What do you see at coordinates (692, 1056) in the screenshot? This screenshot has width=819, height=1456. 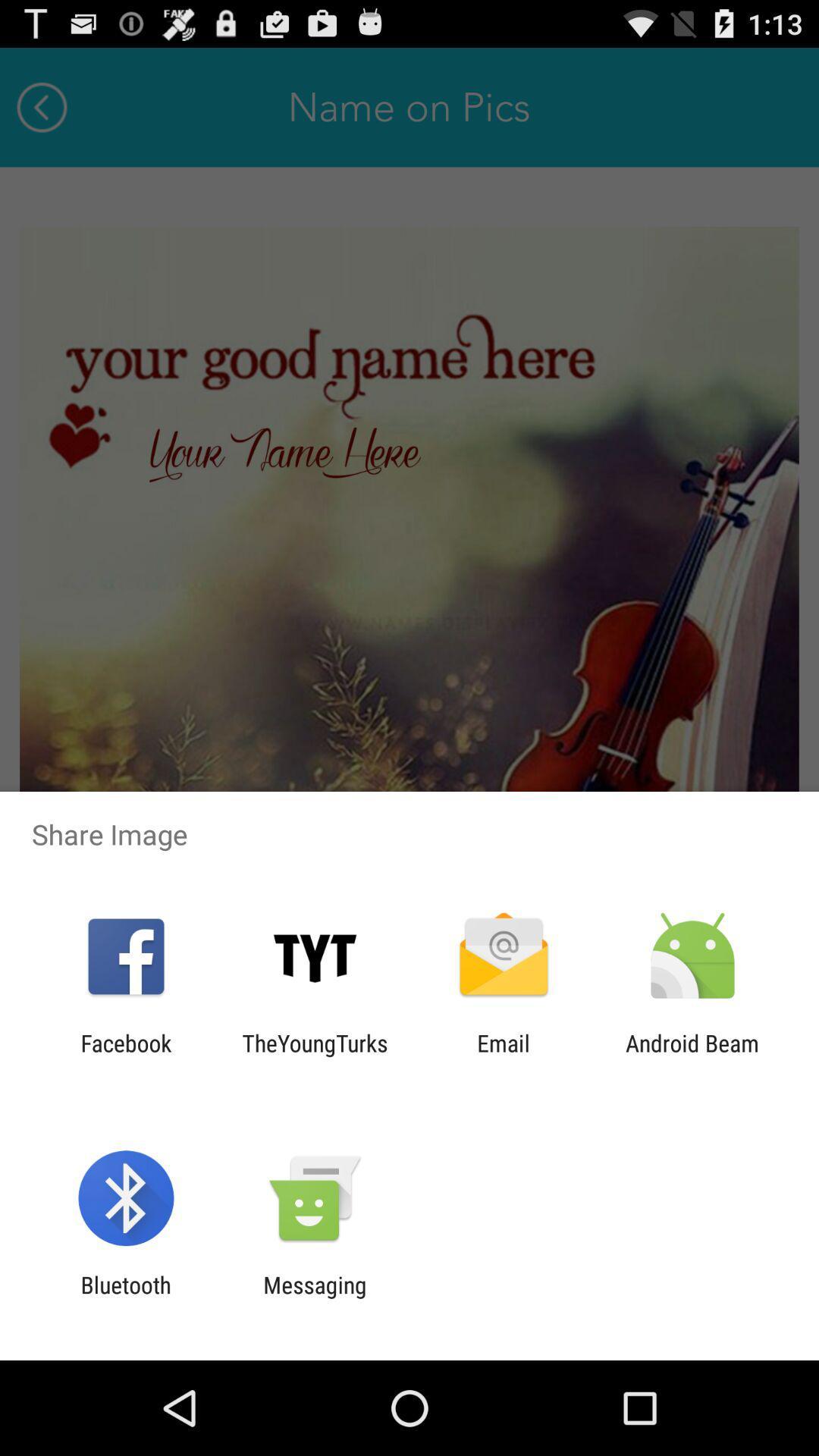 I see `the app to the right of email icon` at bounding box center [692, 1056].